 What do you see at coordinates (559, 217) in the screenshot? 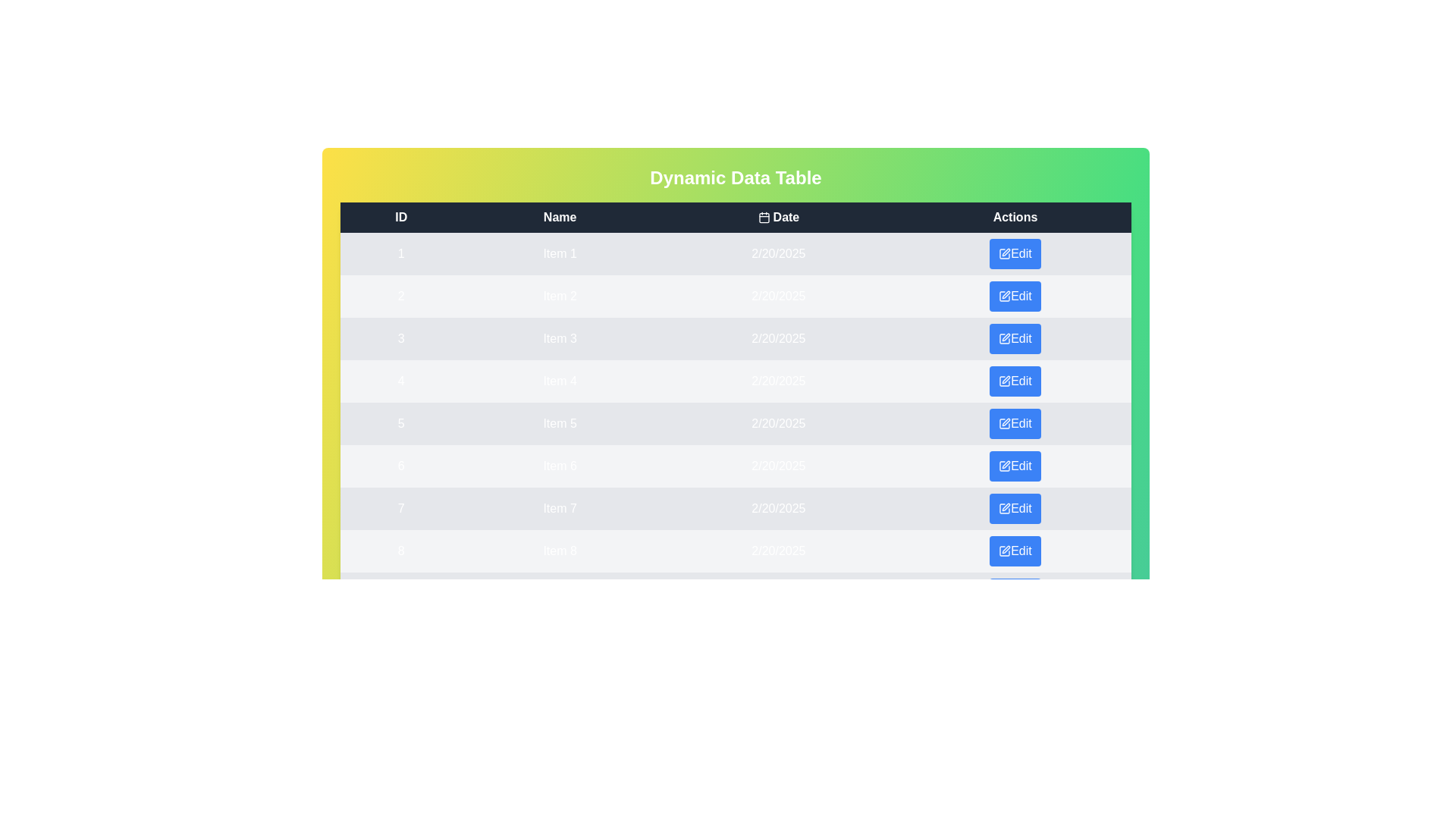
I see `the header to sort the column by Name` at bounding box center [559, 217].